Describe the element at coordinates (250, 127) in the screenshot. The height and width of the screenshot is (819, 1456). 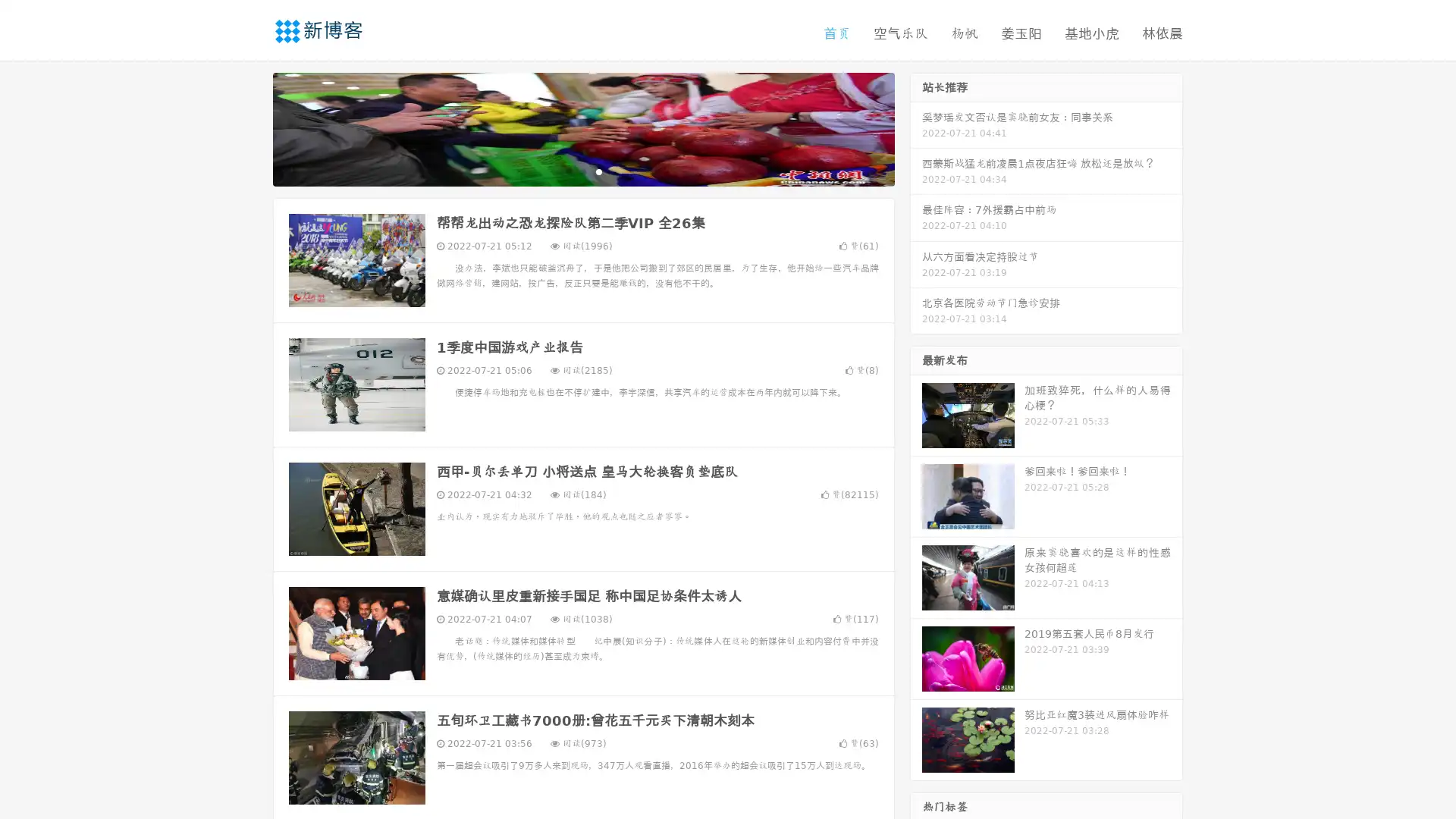
I see `Previous slide` at that location.